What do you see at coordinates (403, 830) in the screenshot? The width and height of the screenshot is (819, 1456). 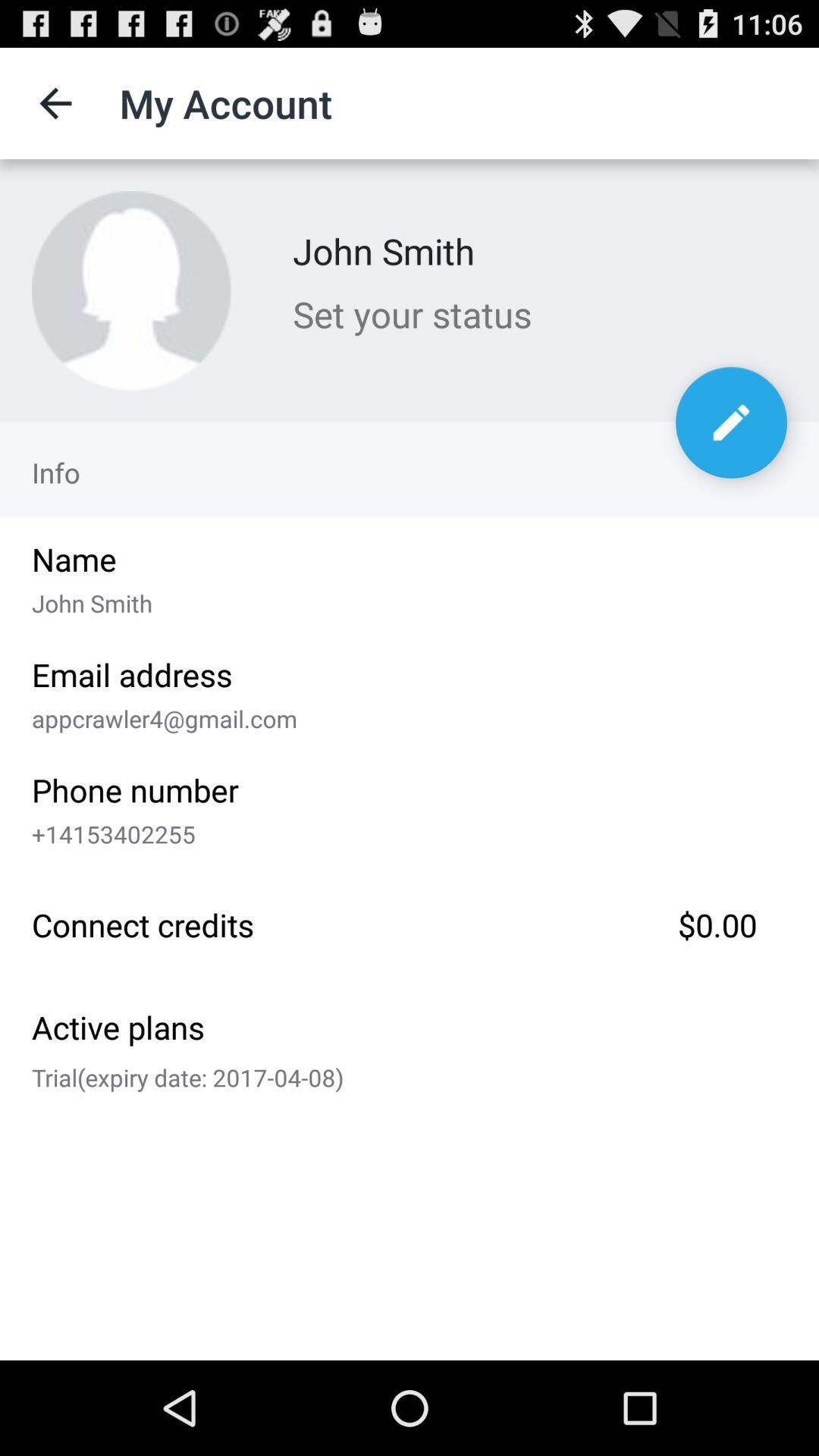 I see `the item above connect credits item` at bounding box center [403, 830].